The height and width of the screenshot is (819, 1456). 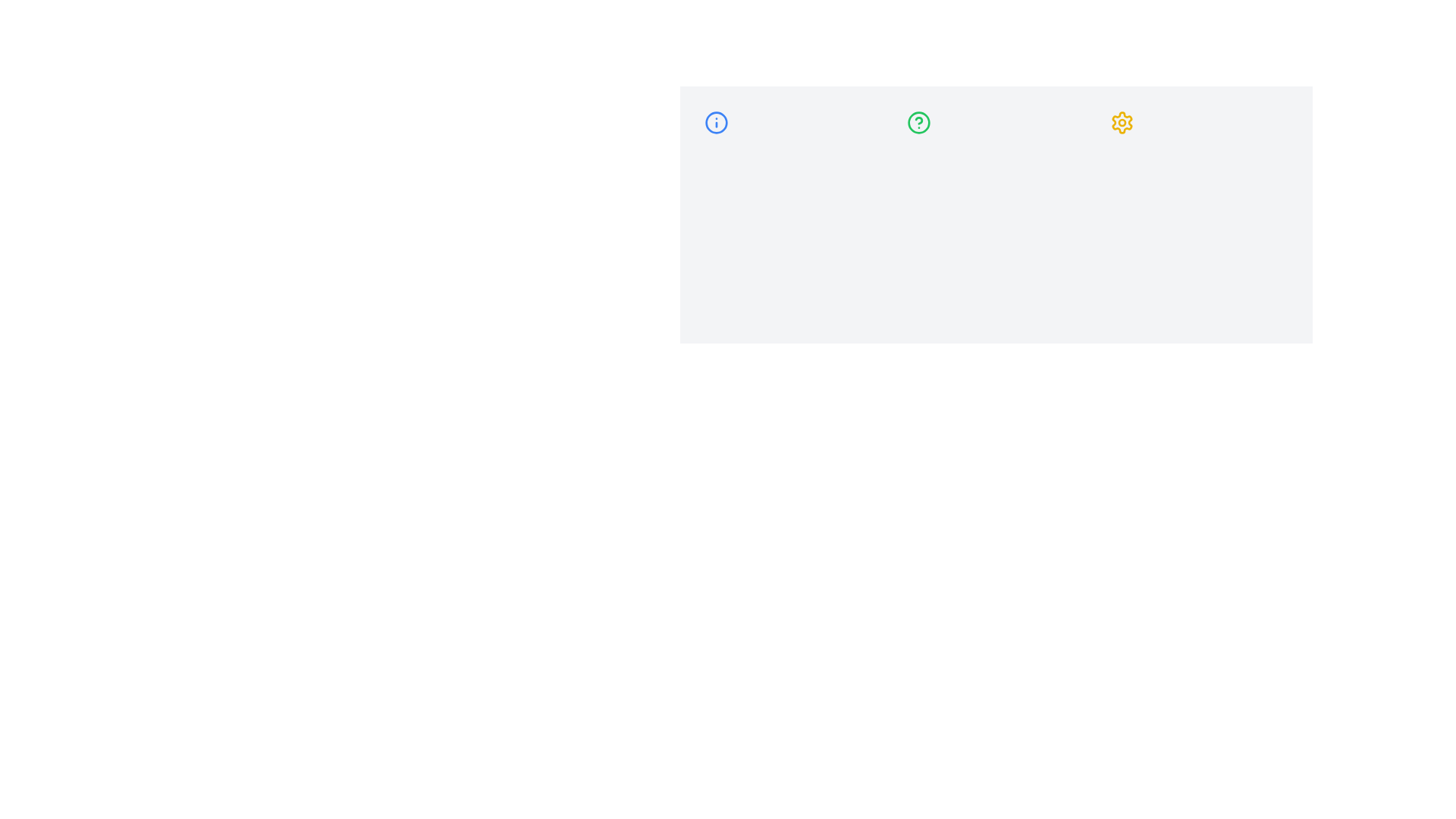 What do you see at coordinates (918, 122) in the screenshot?
I see `the decorative circular part of the question mark icon, which is the middle icon in a horizontal row of three icons` at bounding box center [918, 122].